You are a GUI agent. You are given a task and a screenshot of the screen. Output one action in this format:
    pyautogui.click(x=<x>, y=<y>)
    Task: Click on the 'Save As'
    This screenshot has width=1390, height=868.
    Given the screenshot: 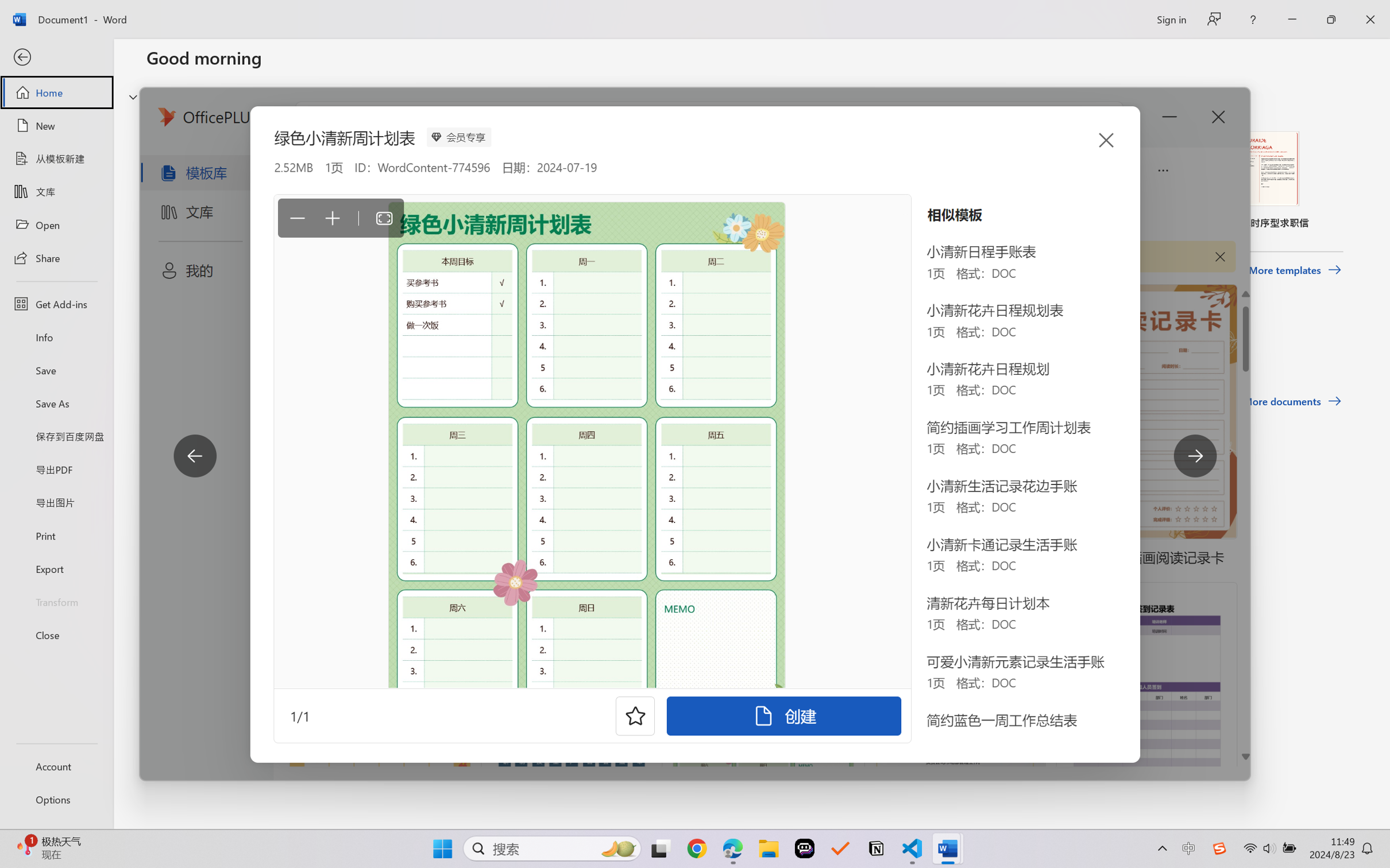 What is the action you would take?
    pyautogui.click(x=56, y=403)
    